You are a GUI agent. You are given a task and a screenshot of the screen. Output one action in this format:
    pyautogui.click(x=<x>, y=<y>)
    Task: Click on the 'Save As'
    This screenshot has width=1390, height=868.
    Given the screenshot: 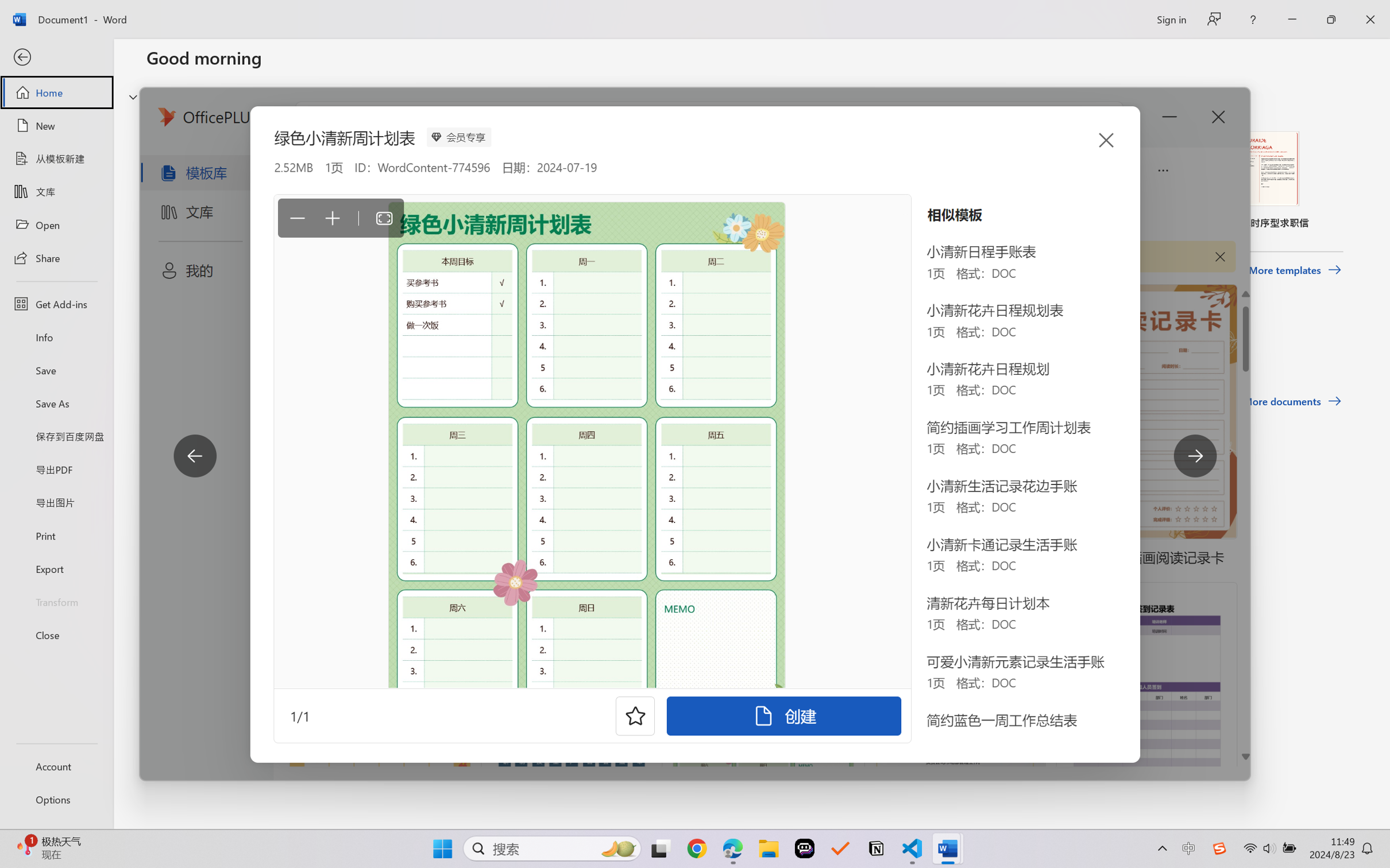 What is the action you would take?
    pyautogui.click(x=56, y=403)
    